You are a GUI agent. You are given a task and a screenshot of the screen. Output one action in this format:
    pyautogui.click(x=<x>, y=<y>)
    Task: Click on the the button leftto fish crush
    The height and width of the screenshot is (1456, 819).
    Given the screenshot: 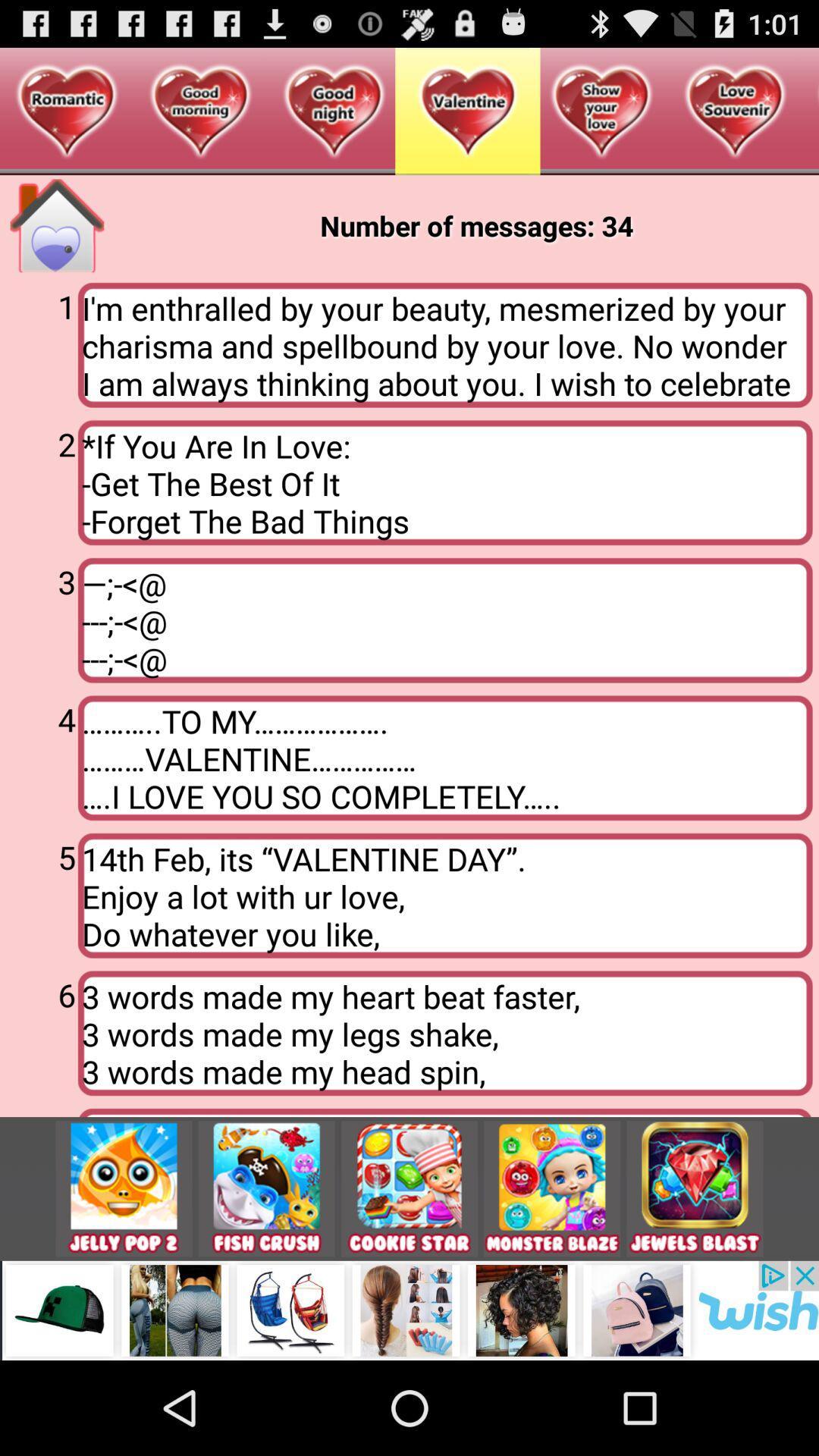 What is the action you would take?
    pyautogui.click(x=124, y=1188)
    